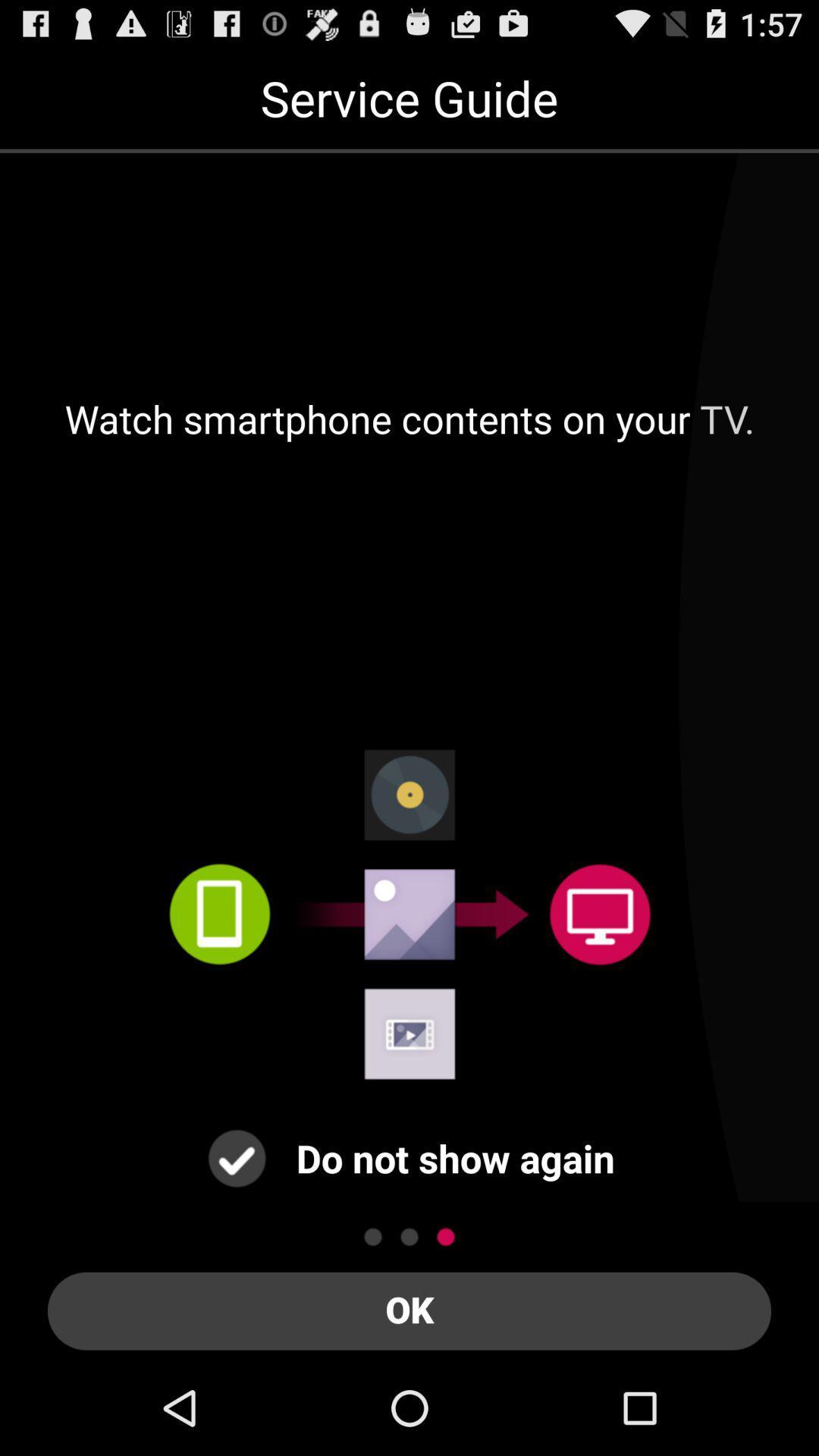 The image size is (819, 1456). What do you see at coordinates (237, 1157) in the screenshot?
I see `donotshowagain` at bounding box center [237, 1157].